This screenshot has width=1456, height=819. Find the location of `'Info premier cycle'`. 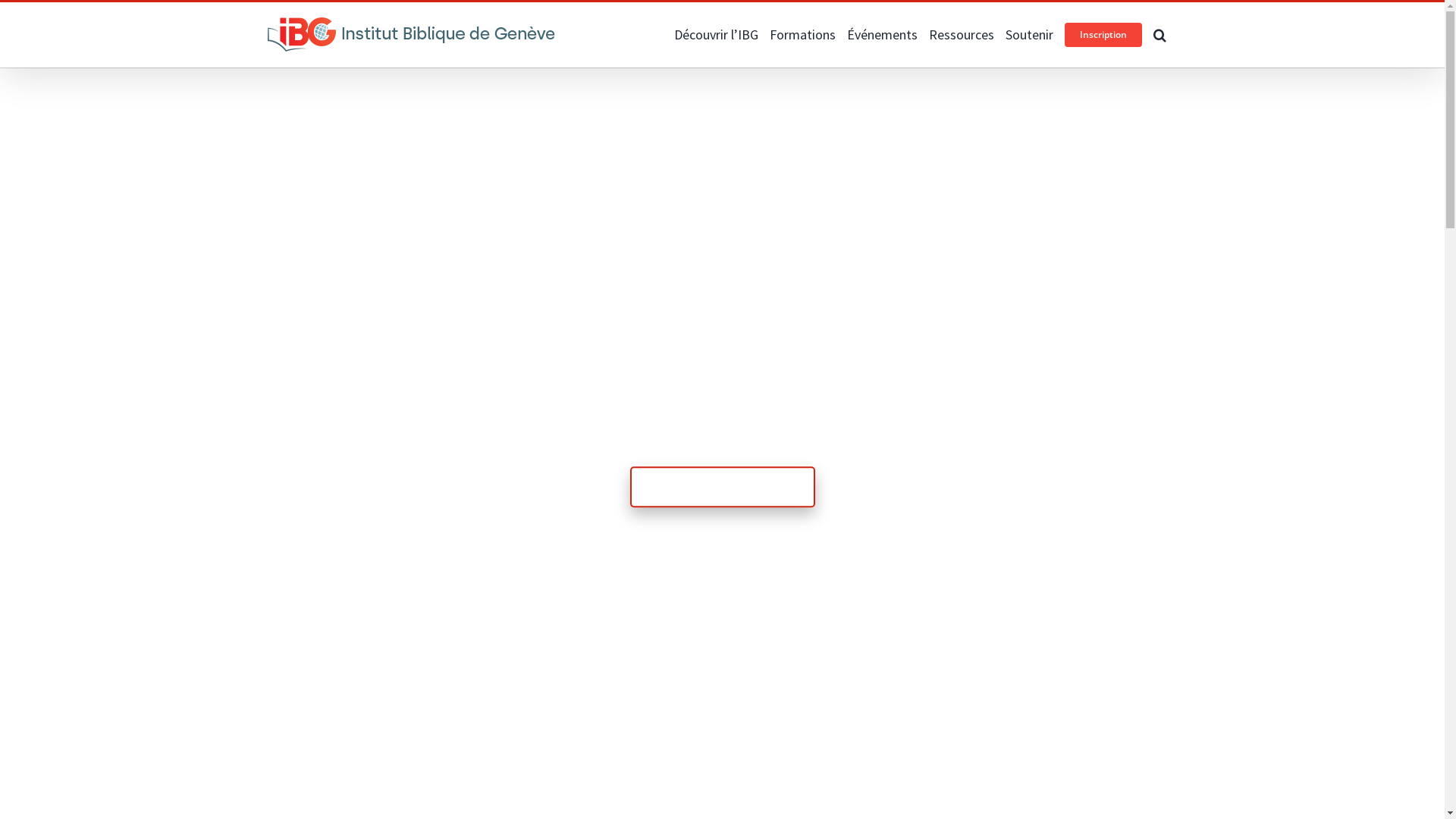

'Info premier cycle' is located at coordinates (720, 486).